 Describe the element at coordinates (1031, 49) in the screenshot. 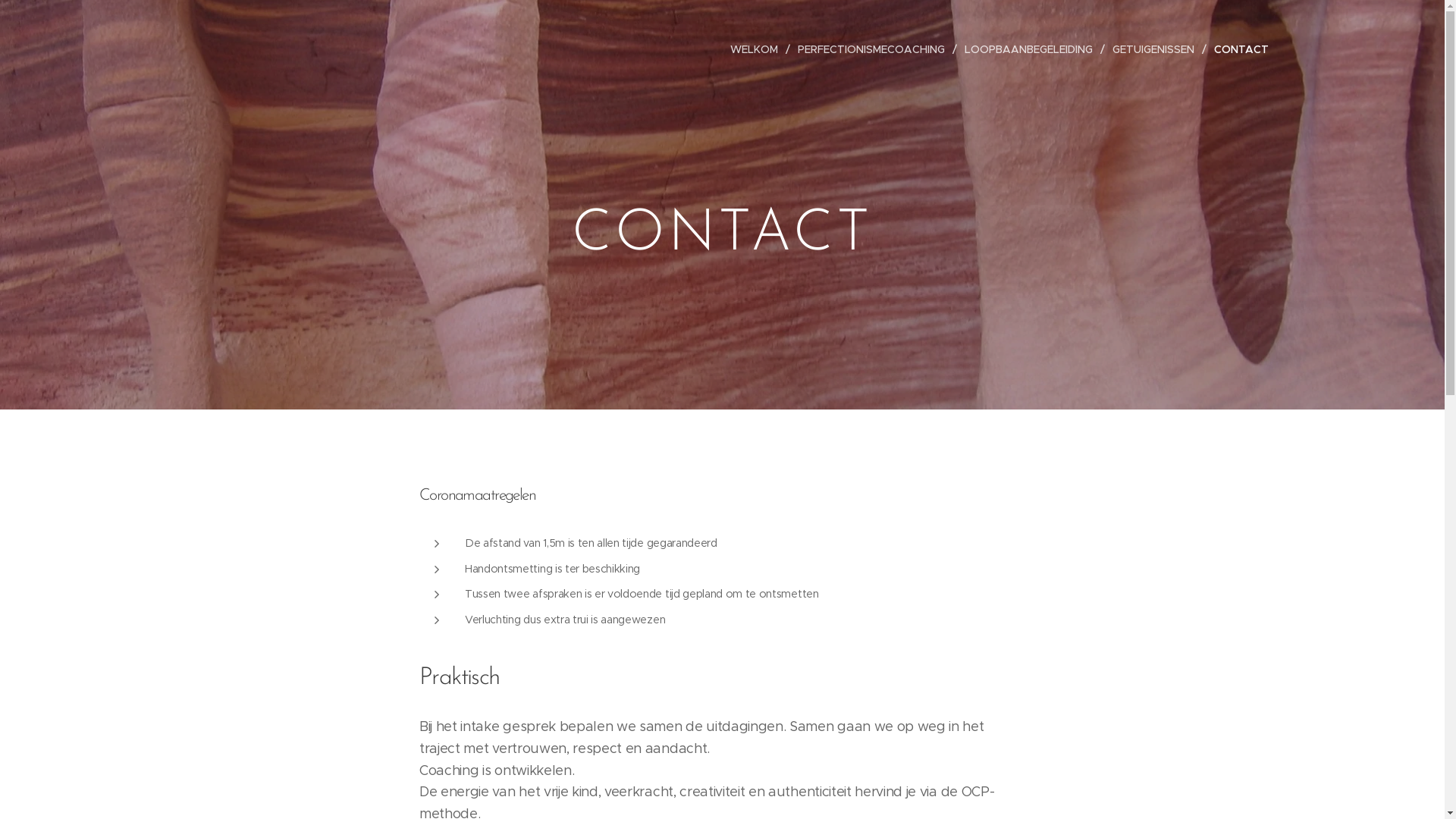

I see `'LOOPBAANBEGELEIDING'` at that location.